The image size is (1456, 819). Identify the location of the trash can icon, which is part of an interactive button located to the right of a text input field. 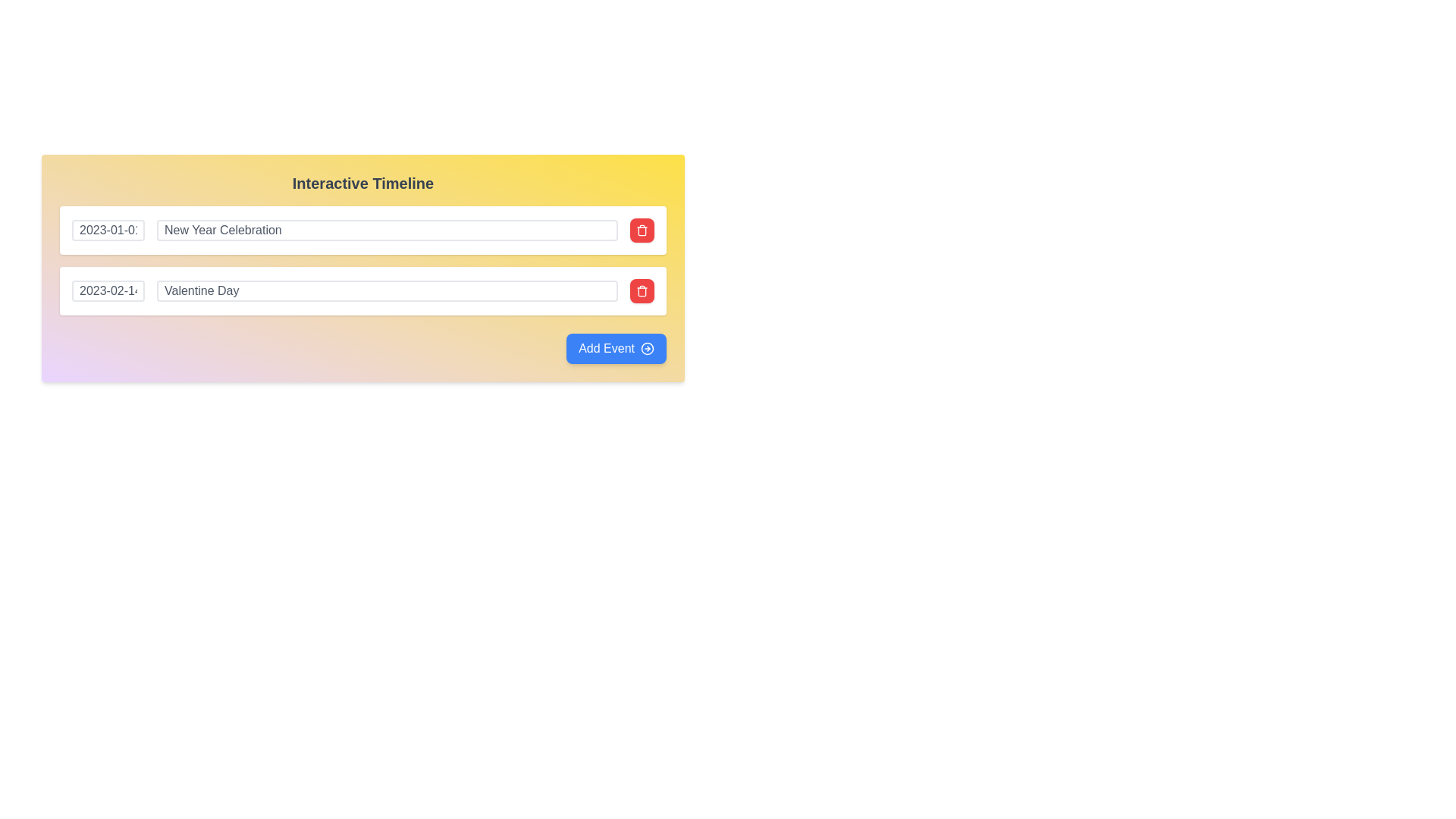
(642, 231).